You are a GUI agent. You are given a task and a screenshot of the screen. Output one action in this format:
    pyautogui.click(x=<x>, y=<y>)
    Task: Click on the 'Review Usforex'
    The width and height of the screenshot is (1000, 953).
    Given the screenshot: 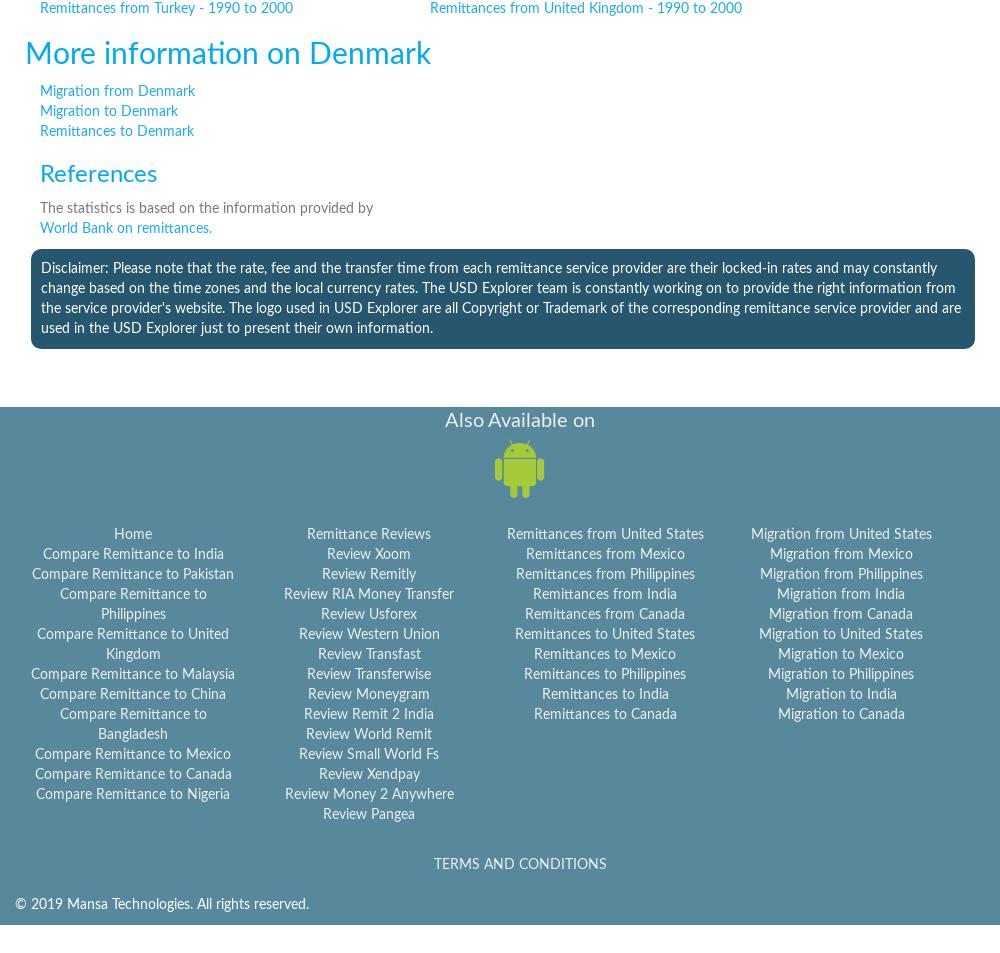 What is the action you would take?
    pyautogui.click(x=368, y=614)
    